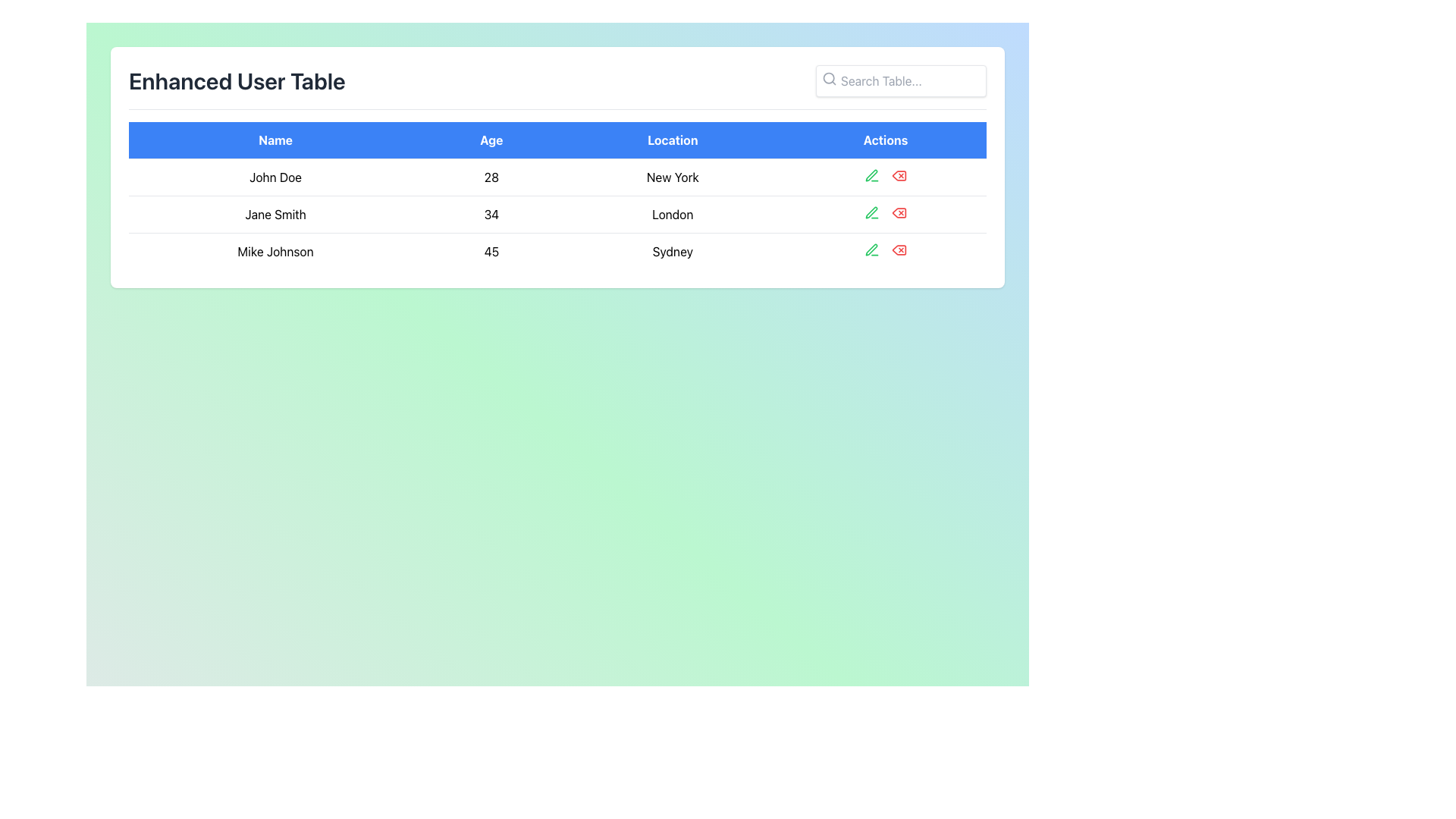  I want to click on the 'Location' TextLabel, which is the third header in the data table, positioned between 'Age' and 'Actions', so click(672, 140).